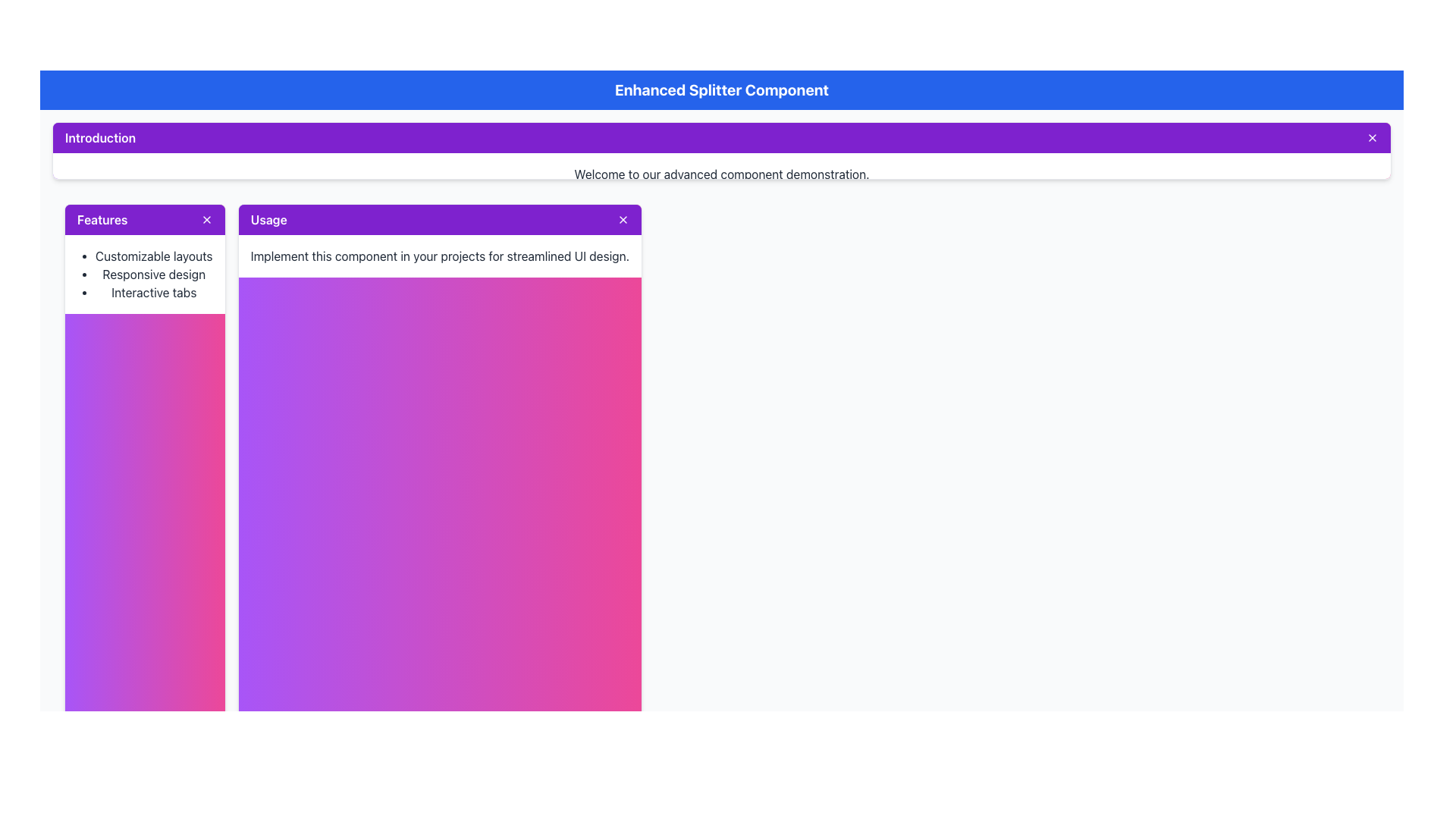 Image resolution: width=1456 pixels, height=819 pixels. I want to click on the informative text block located in the 'Usage' section beneath the Usage header, so click(439, 255).